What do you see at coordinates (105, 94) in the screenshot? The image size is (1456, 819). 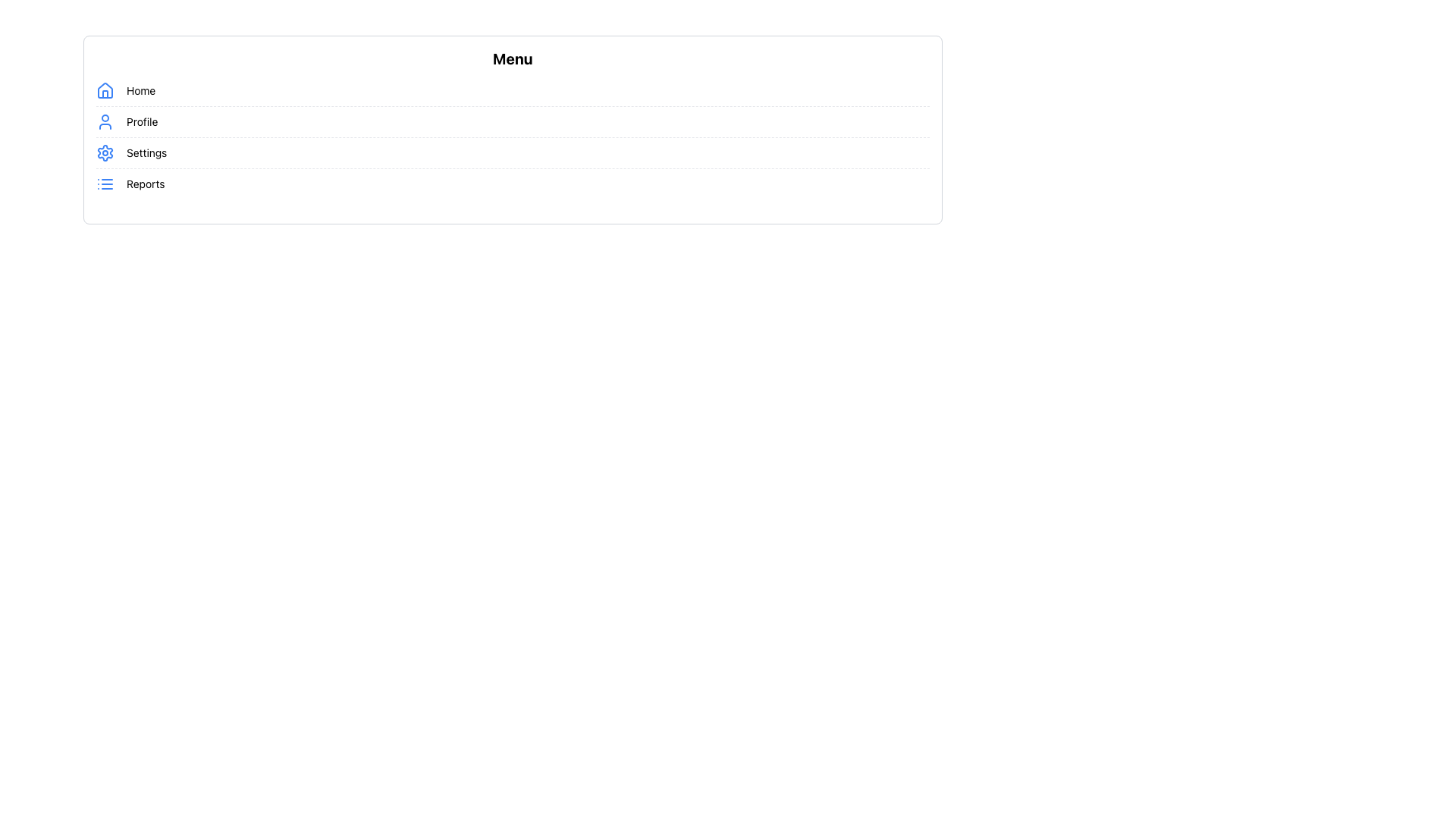 I see `the door element of the house icon located in the lower-central part of the icon, which is positioned on the left side of the menu entry labeled 'Home.'` at bounding box center [105, 94].